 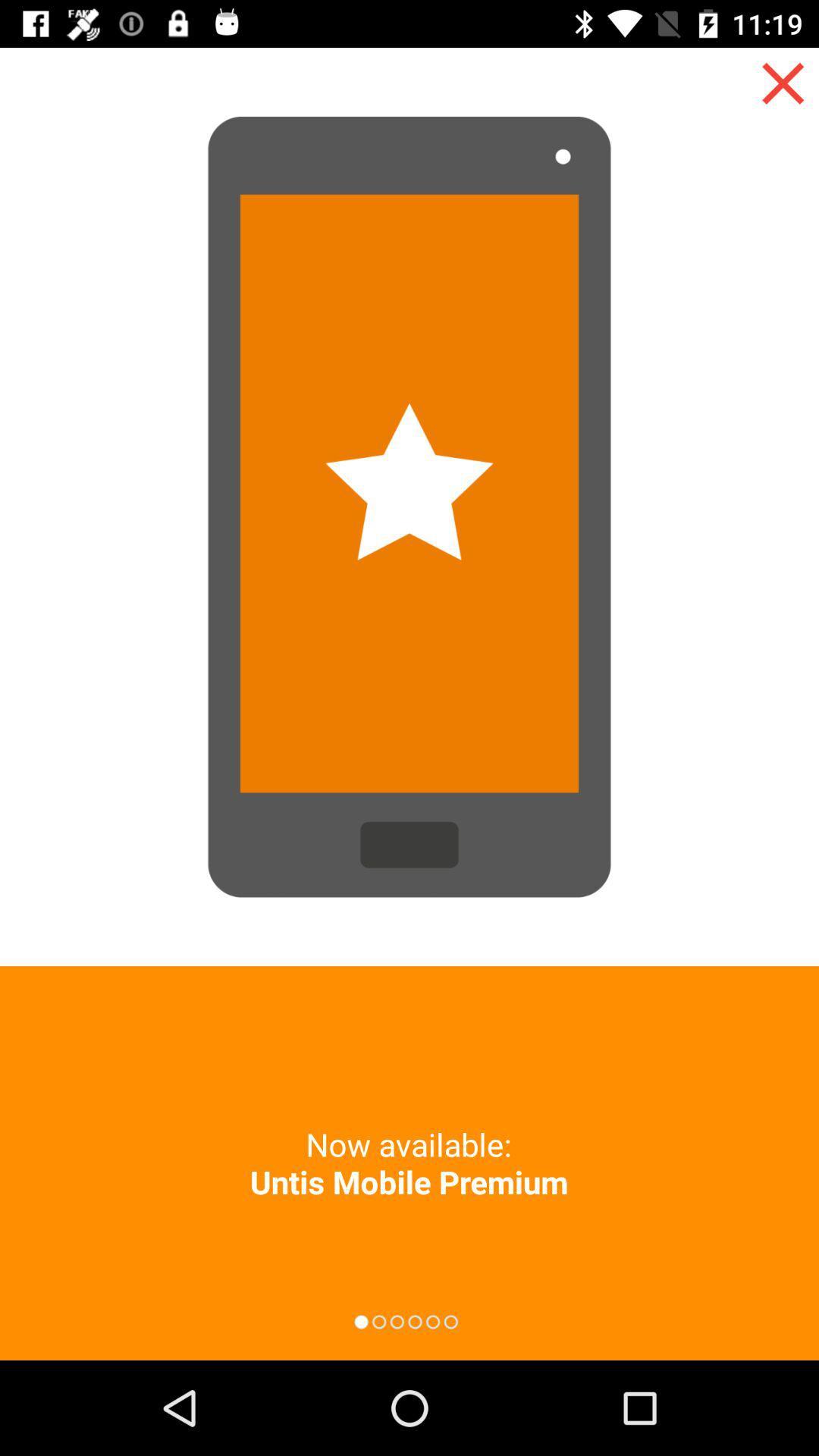 I want to click on the close icon, so click(x=783, y=83).